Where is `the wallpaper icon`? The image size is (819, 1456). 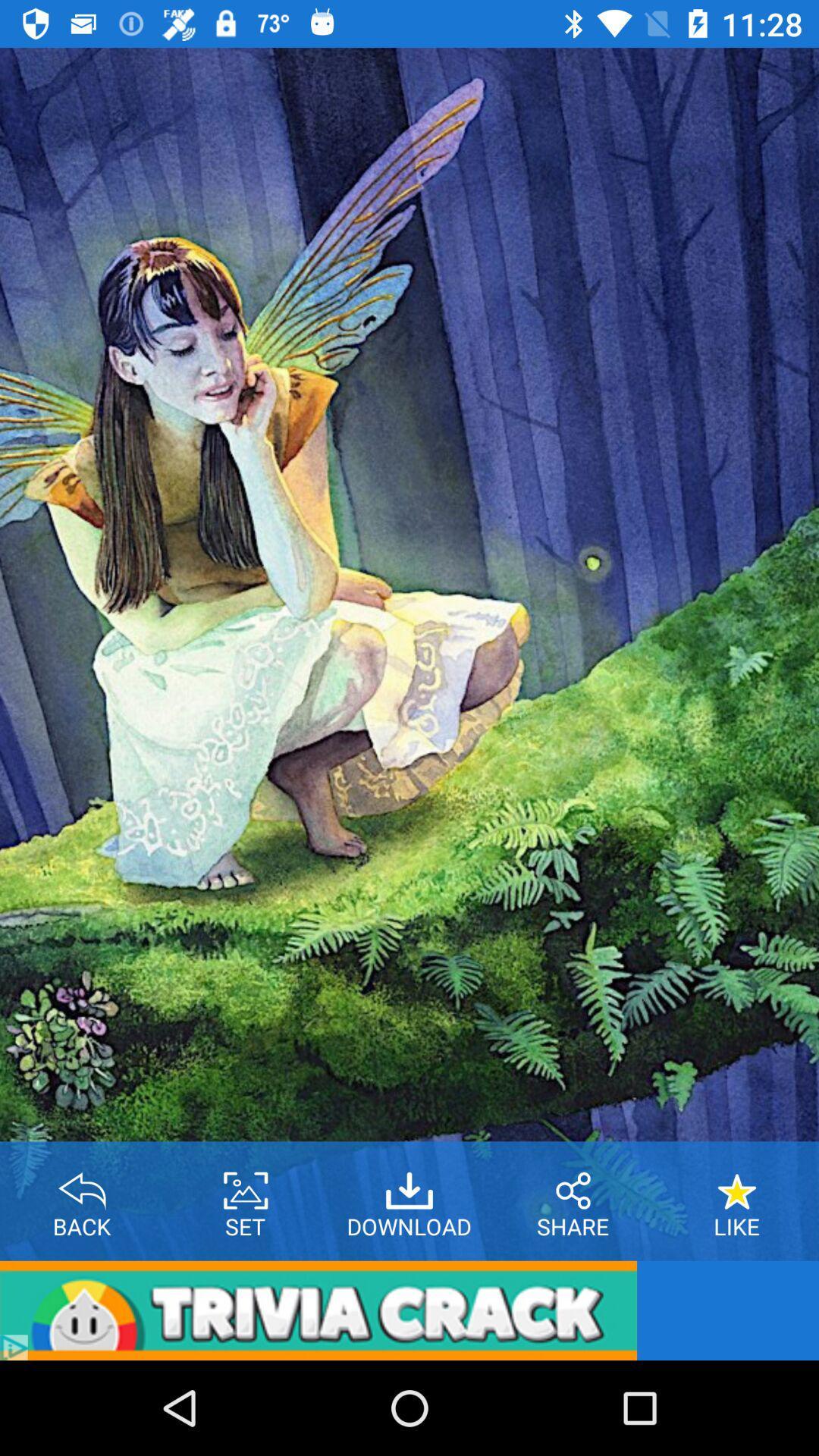
the wallpaper icon is located at coordinates (245, 1185).